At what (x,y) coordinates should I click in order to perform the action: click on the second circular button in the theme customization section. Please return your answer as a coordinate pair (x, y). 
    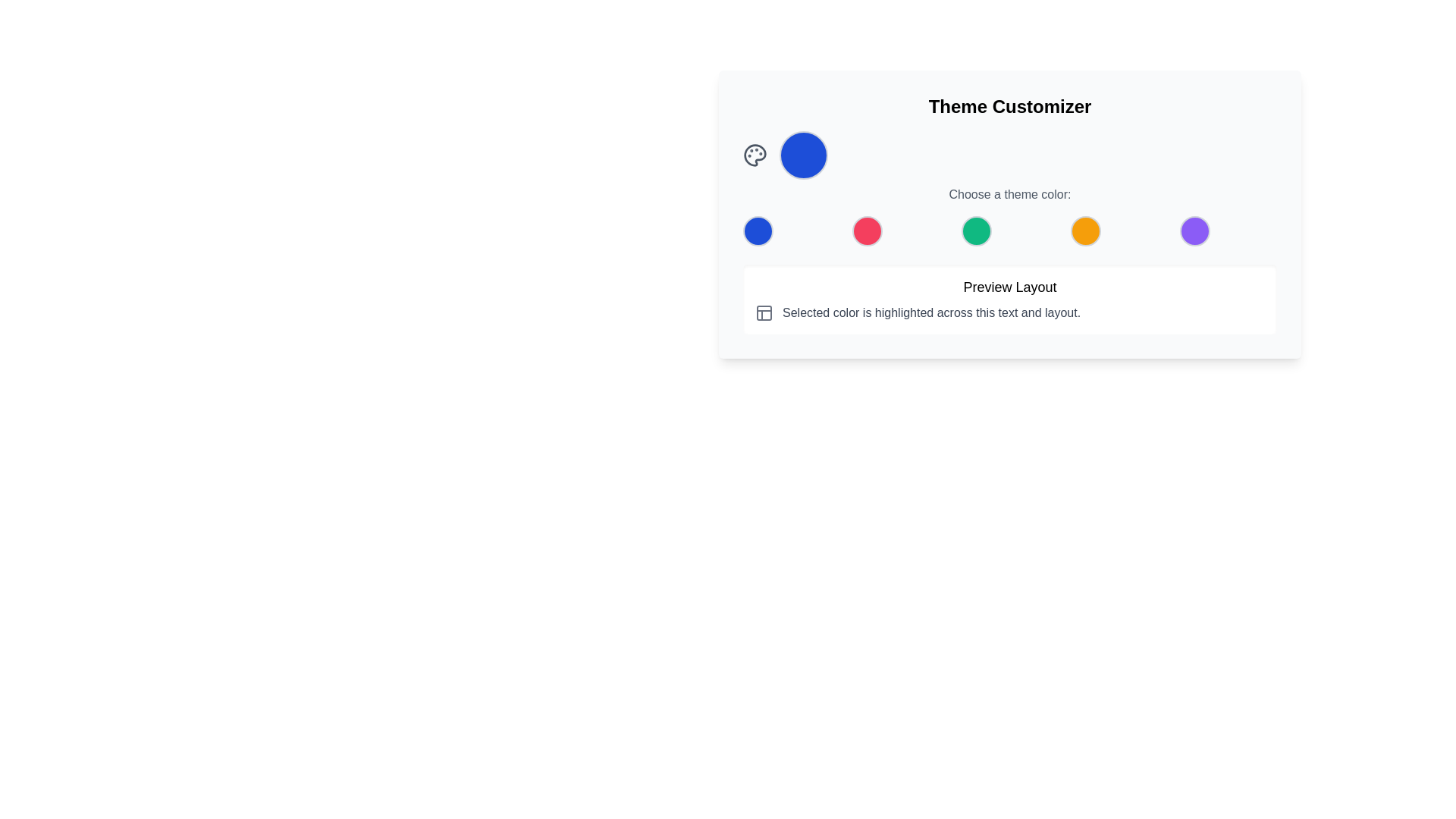
    Looking at the image, I should click on (867, 231).